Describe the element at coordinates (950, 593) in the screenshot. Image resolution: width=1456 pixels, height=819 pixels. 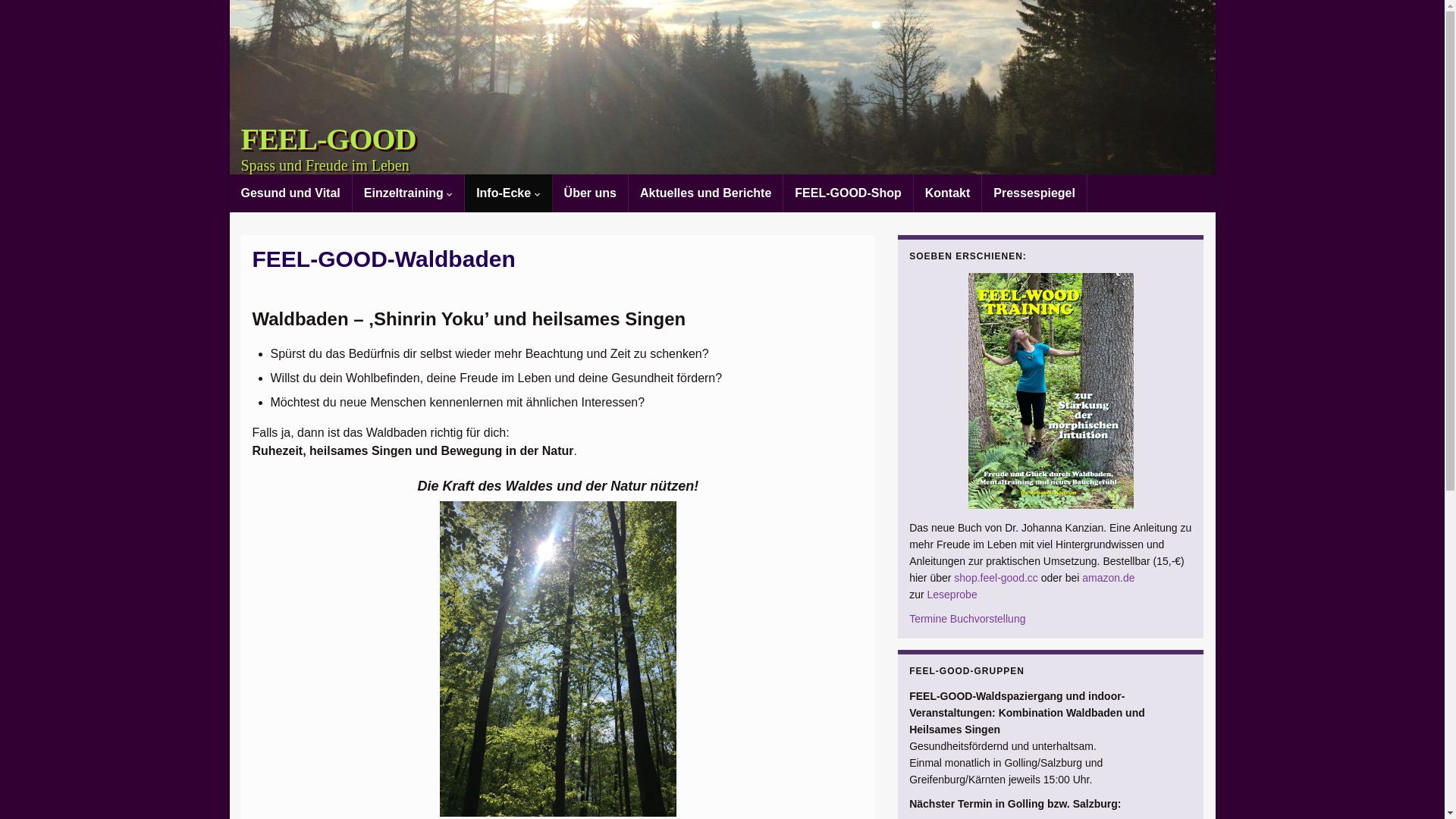
I see `'Leseprobe'` at that location.